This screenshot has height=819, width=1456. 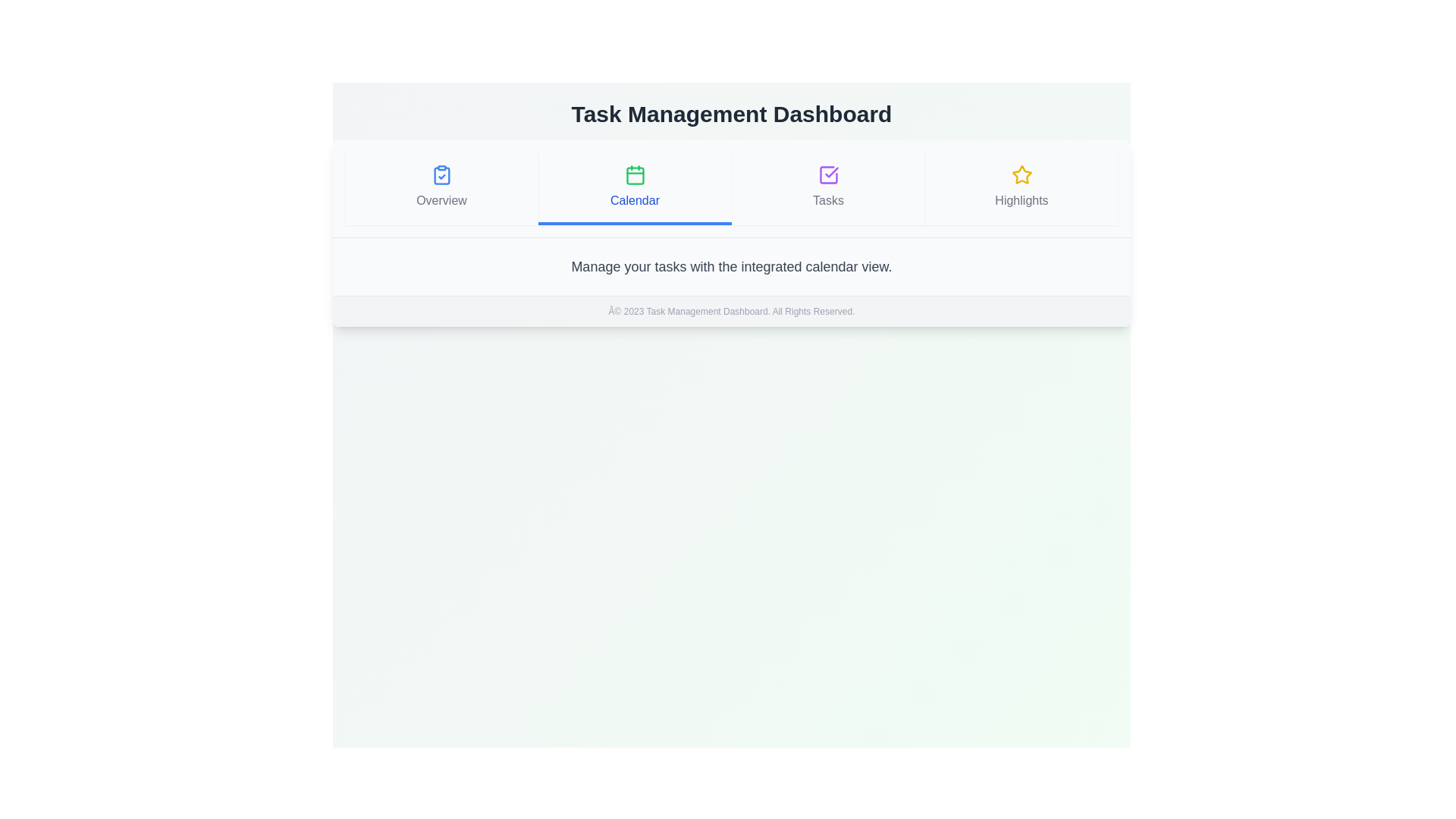 What do you see at coordinates (827, 188) in the screenshot?
I see `the third tab button in the navigation menu` at bounding box center [827, 188].